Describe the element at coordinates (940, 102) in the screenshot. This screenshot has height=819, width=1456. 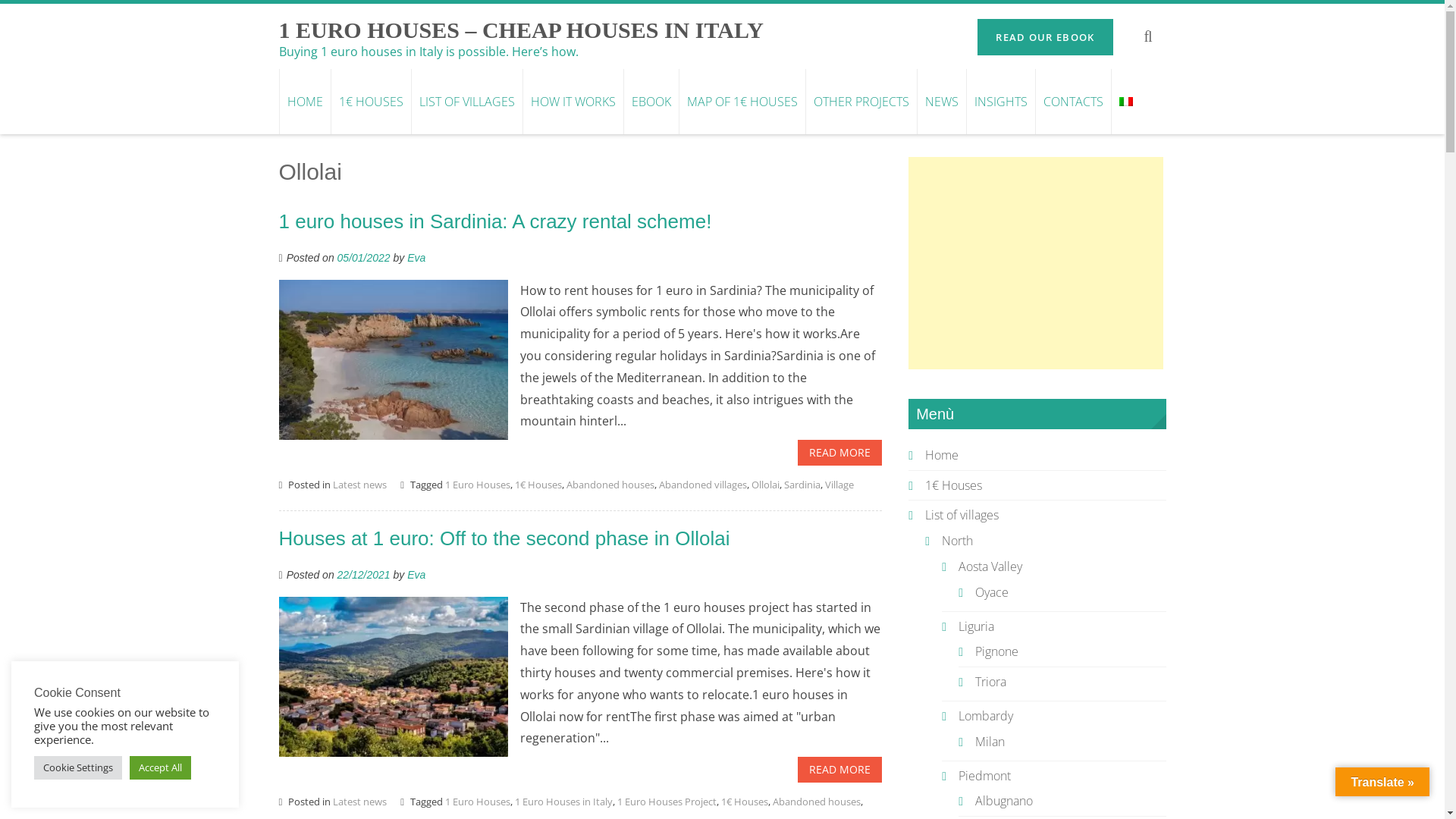
I see `'NEWS'` at that location.